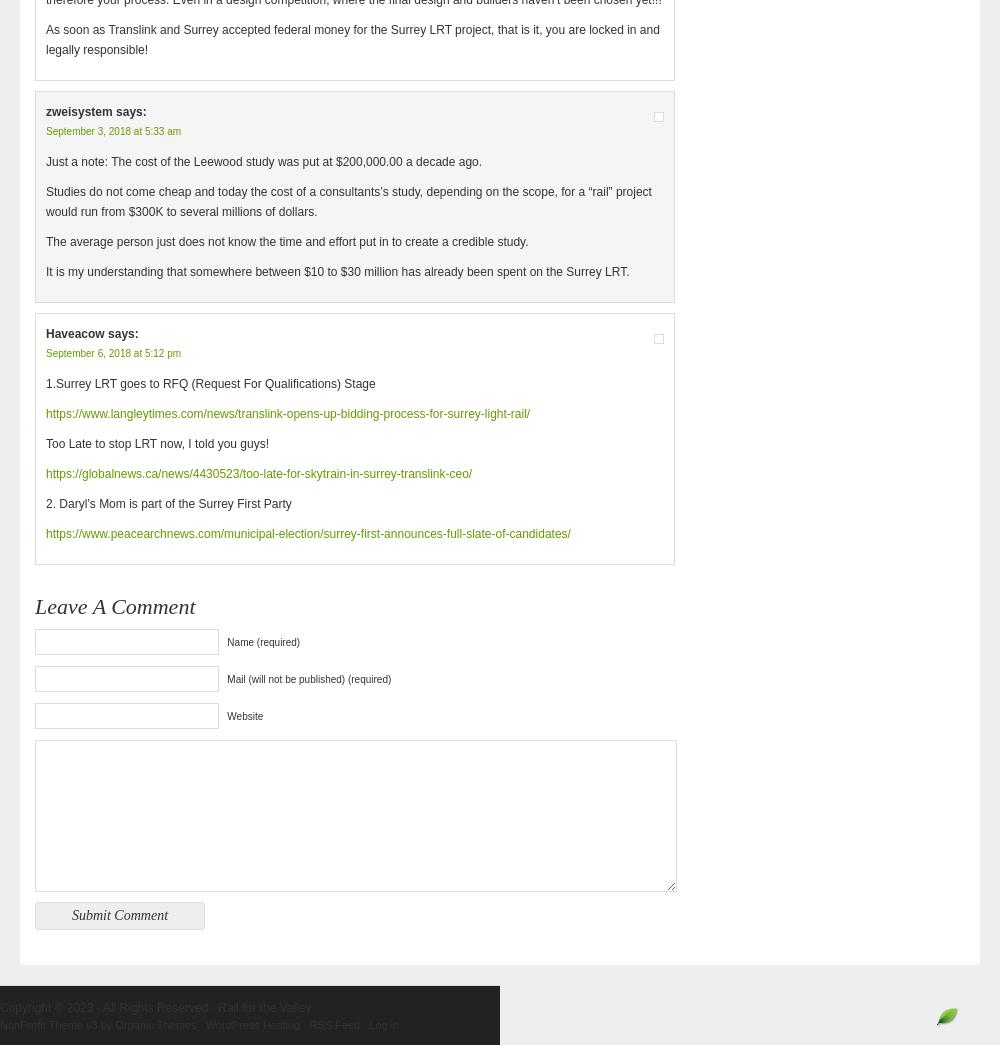 Image resolution: width=1000 pixels, height=1045 pixels. Describe the element at coordinates (112, 352) in the screenshot. I see `'September 6, 2018 at 5:12 pm'` at that location.